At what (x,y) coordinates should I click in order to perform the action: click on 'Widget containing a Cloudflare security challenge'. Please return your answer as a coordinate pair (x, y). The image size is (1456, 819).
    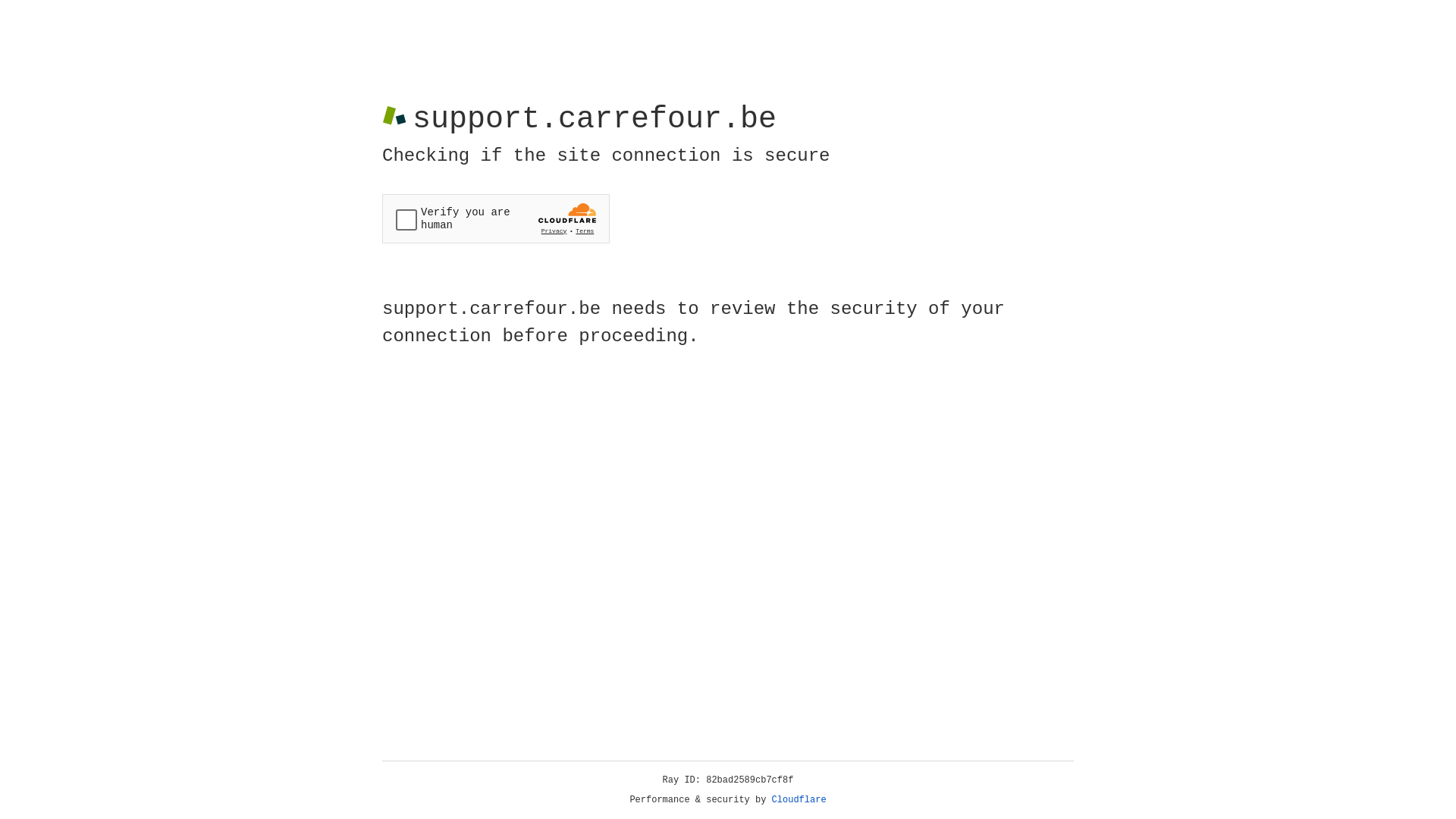
    Looking at the image, I should click on (495, 218).